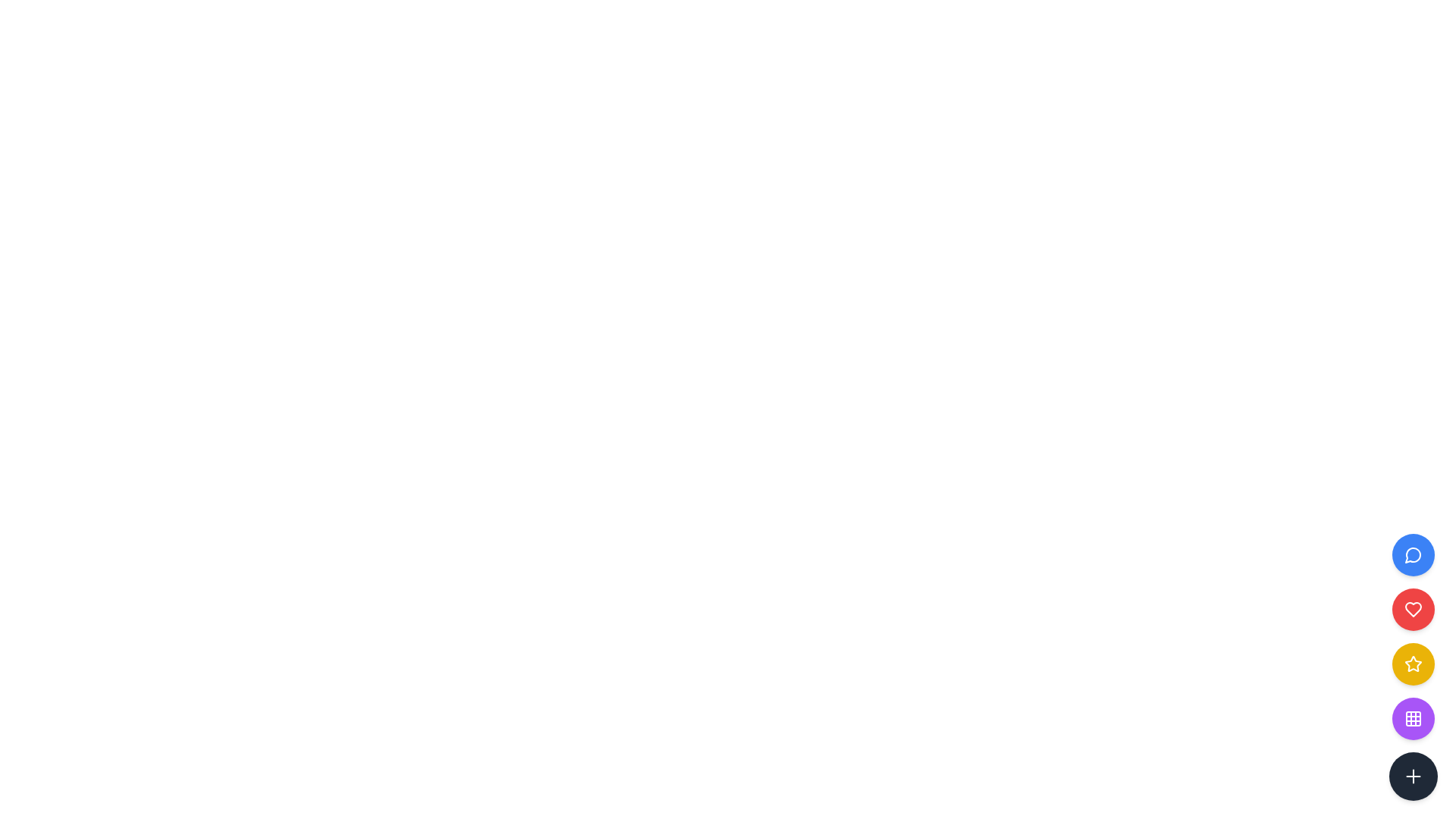 This screenshot has width=1456, height=819. What do you see at coordinates (1412, 555) in the screenshot?
I see `the messaging icon located at the top of the vertical row of five circular icons on the far right of the interface` at bounding box center [1412, 555].